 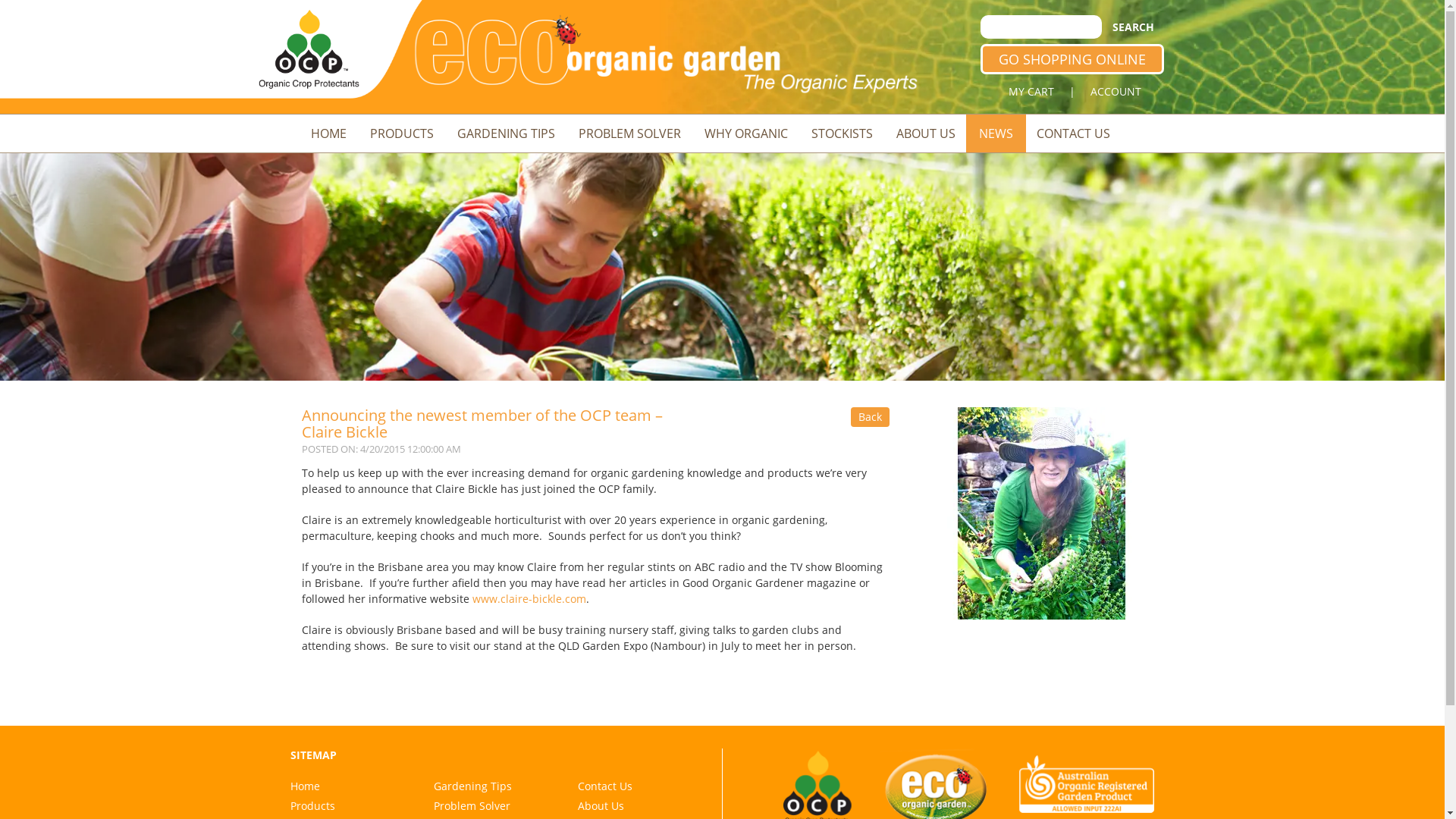 I want to click on 'MY CART', so click(x=1031, y=91).